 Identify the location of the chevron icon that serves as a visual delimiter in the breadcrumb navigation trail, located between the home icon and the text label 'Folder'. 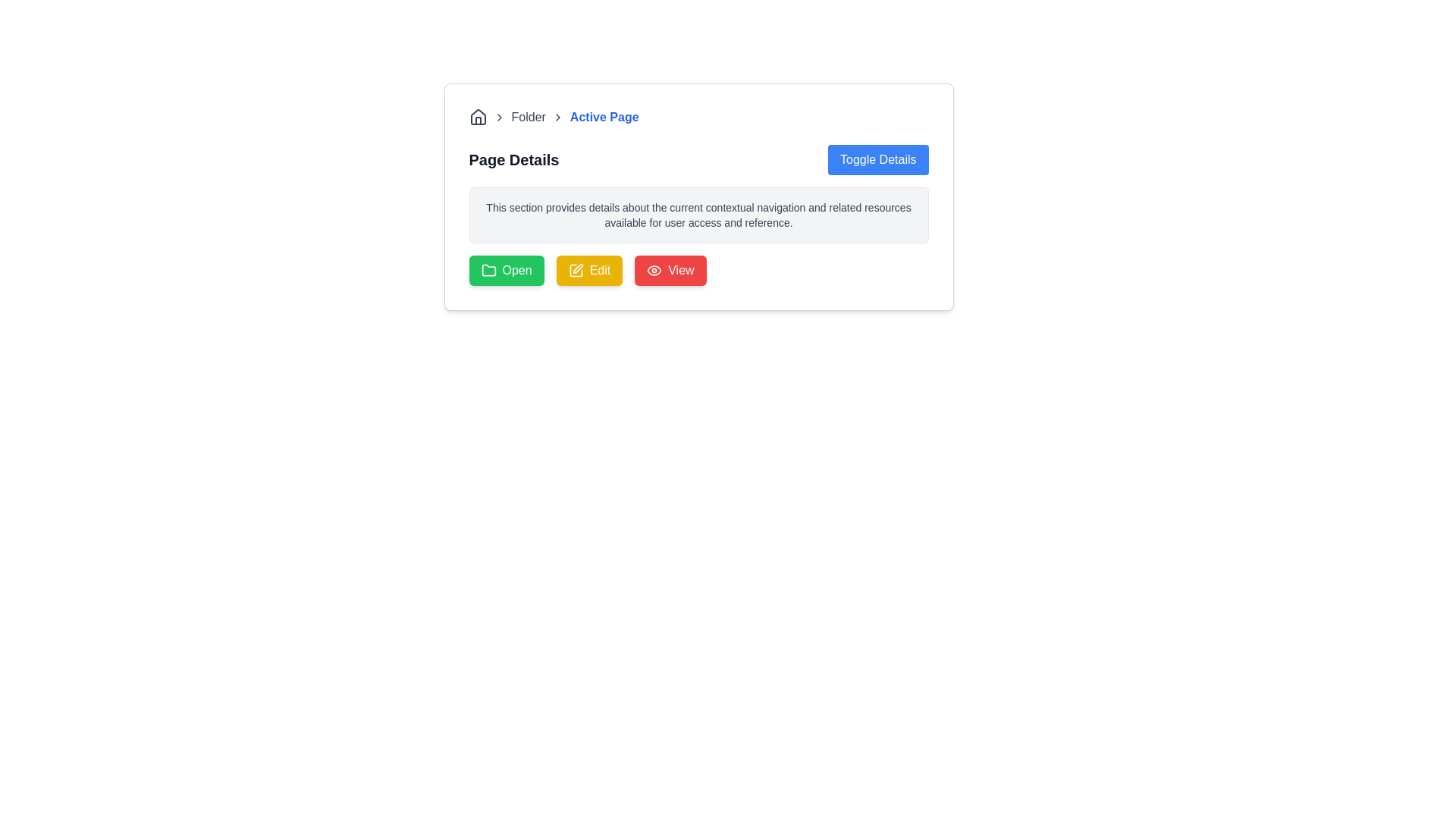
(499, 116).